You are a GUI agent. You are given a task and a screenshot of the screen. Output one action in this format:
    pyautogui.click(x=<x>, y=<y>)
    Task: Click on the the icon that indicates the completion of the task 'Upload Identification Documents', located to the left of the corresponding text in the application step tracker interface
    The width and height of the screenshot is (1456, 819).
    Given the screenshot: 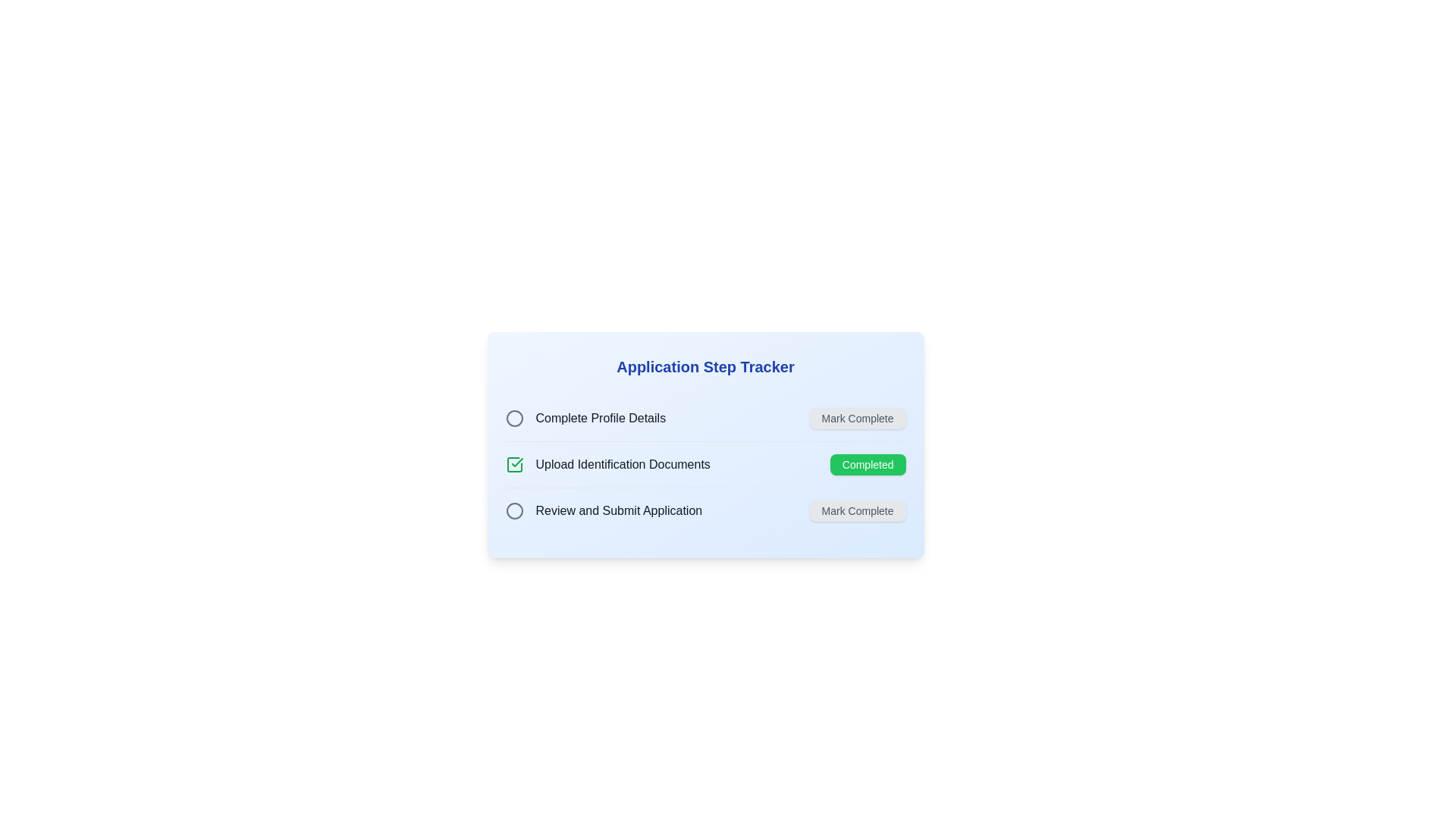 What is the action you would take?
    pyautogui.click(x=514, y=464)
    